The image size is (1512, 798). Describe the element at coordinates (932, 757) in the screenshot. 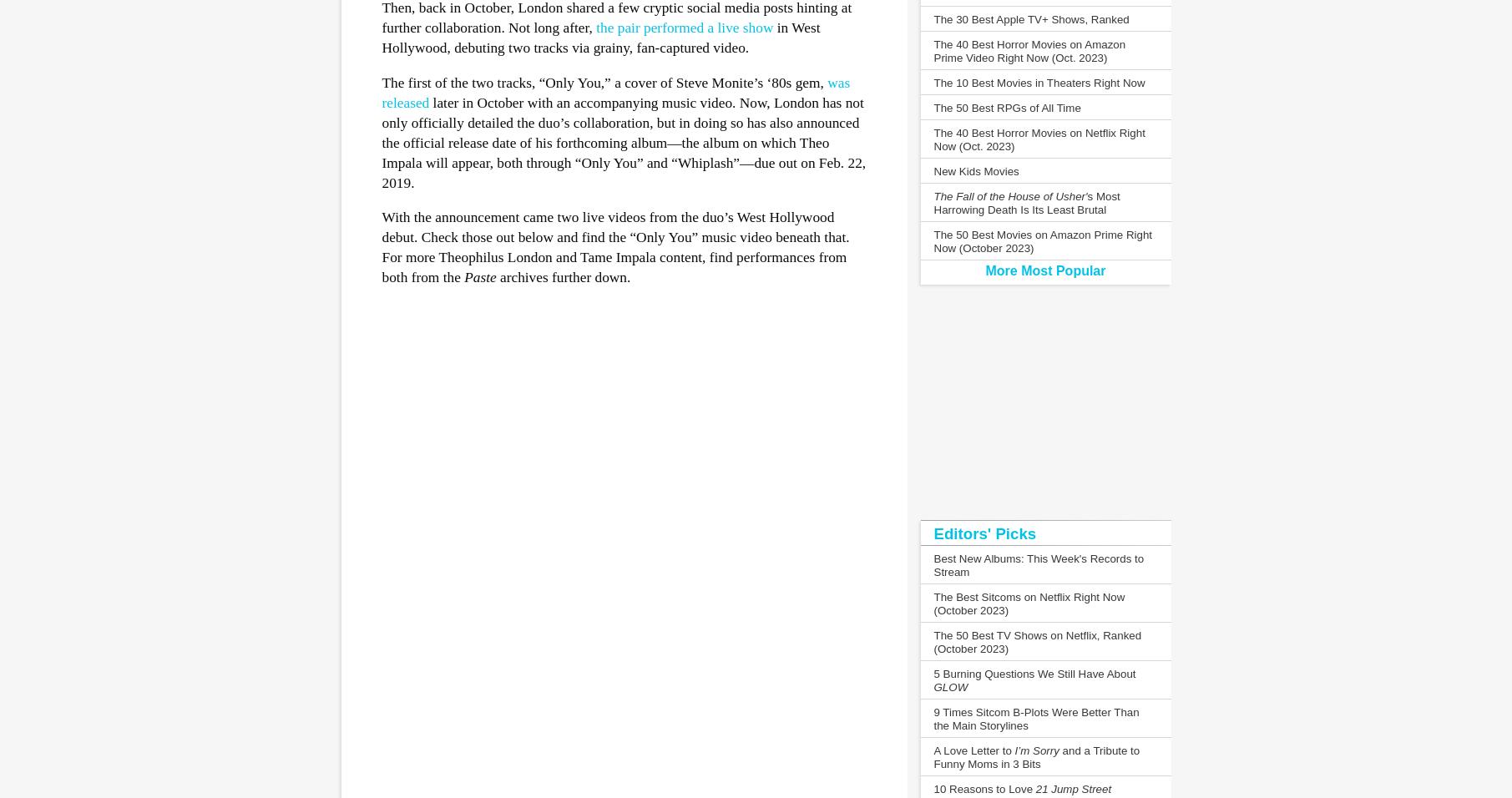

I see `'and a Tribute to Funny Moms in 3 Bits'` at that location.